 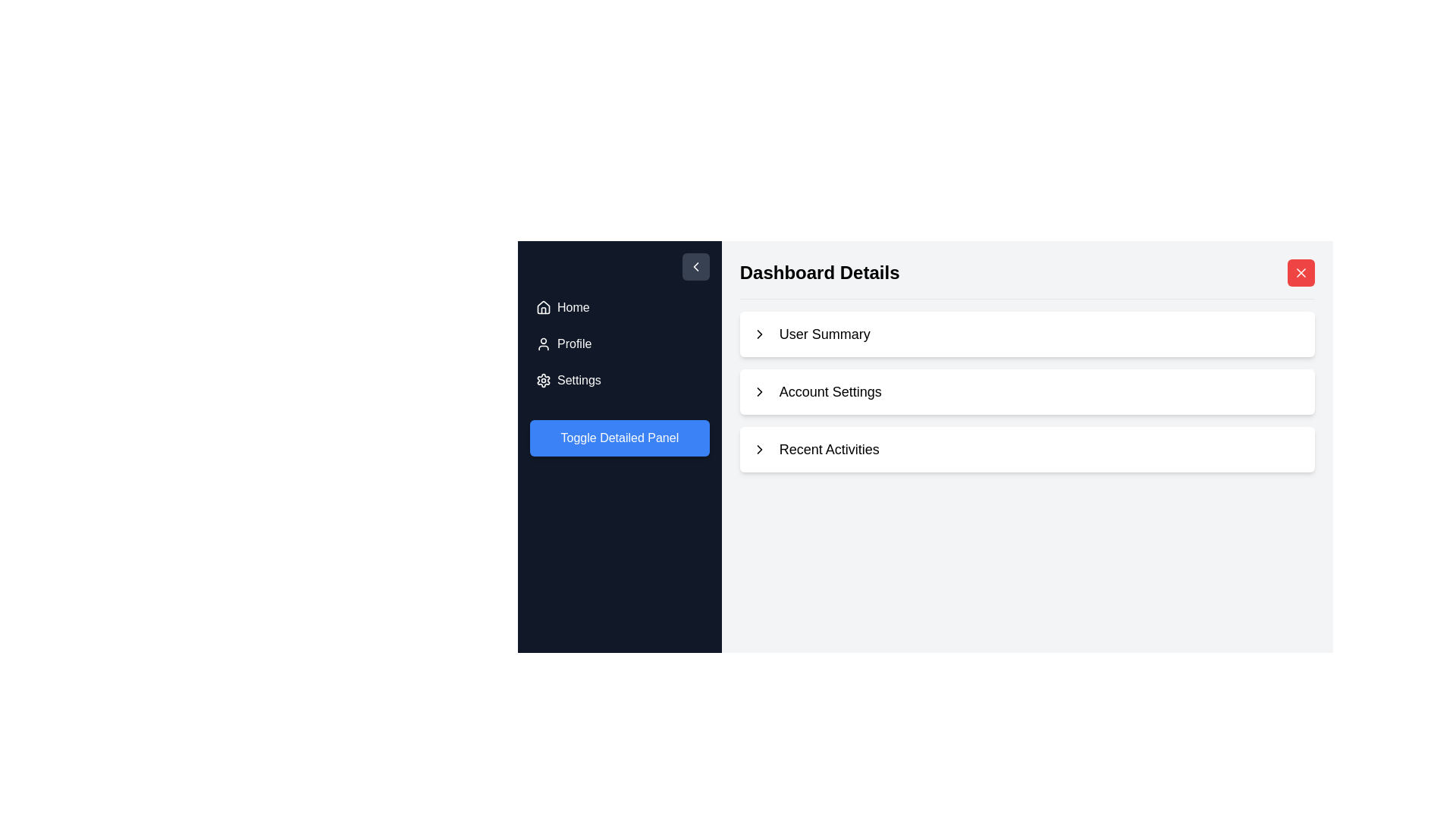 I want to click on the stylized graphical depiction of a house that forms the upper portion of the home icon in the left sidebar of the interface, so click(x=543, y=307).